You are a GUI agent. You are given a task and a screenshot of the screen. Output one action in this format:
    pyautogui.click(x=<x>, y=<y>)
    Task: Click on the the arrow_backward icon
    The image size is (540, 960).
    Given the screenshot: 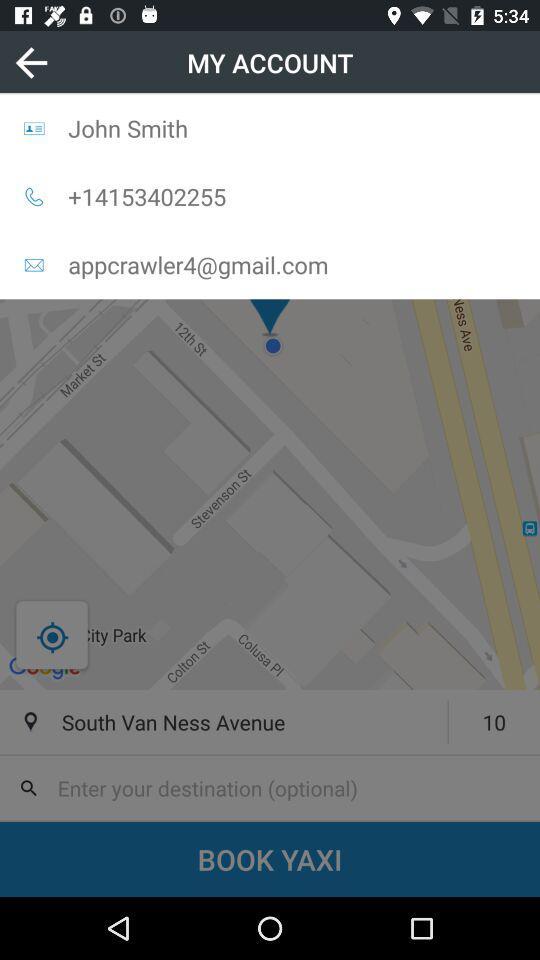 What is the action you would take?
    pyautogui.click(x=30, y=62)
    